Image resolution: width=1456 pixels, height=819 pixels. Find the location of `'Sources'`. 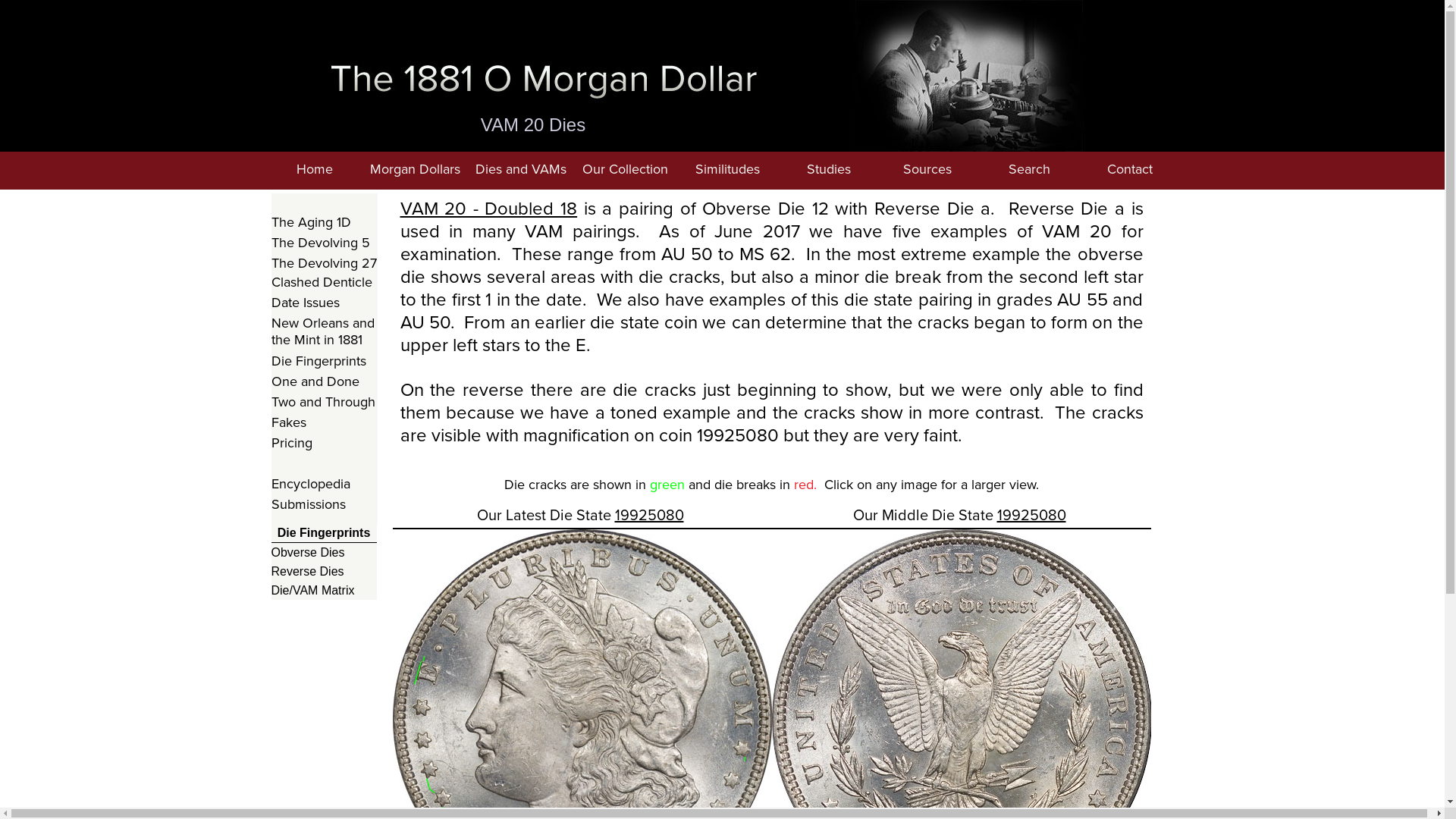

'Sources' is located at coordinates (926, 170).